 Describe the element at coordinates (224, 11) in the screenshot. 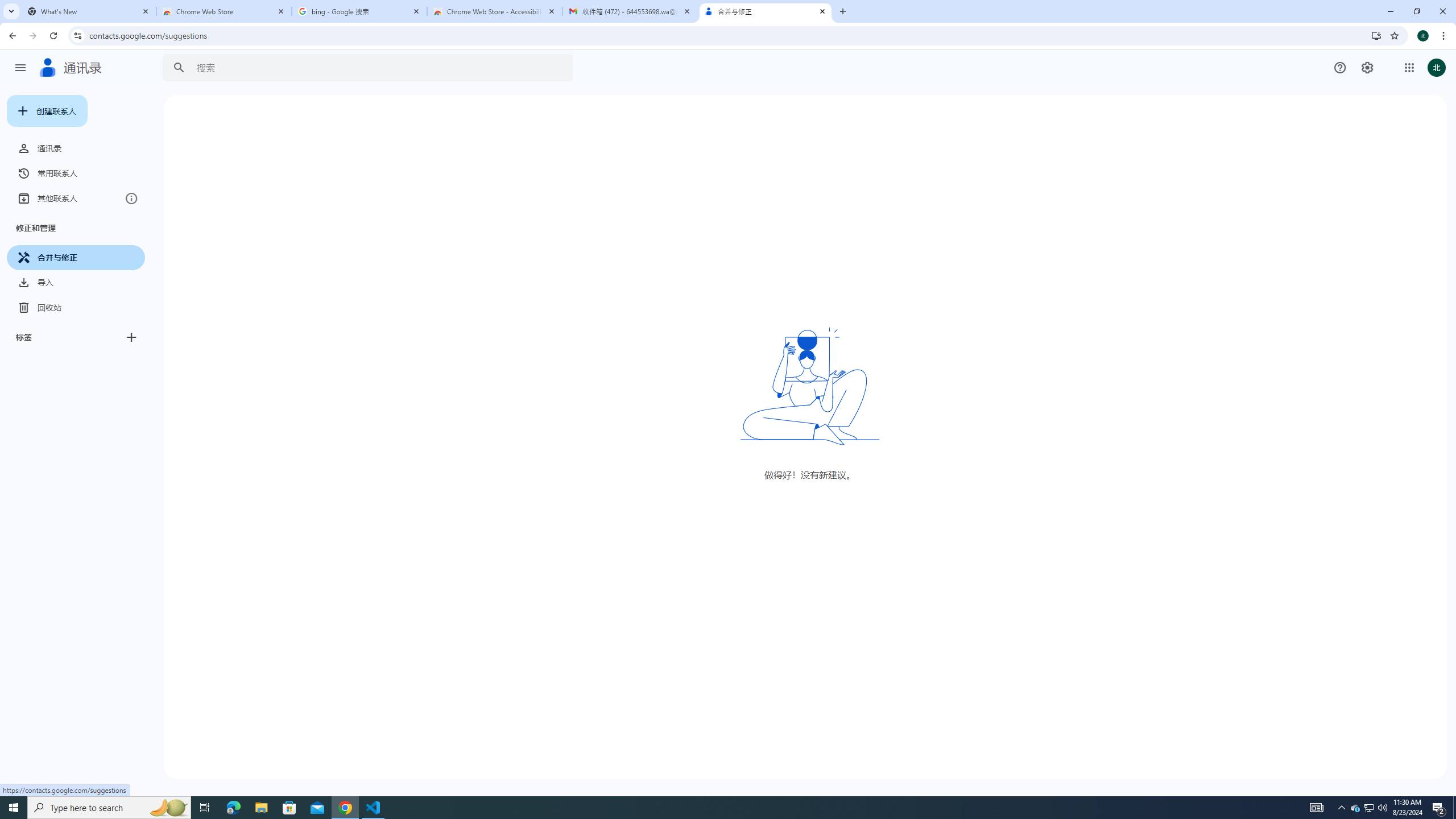

I see `'Chrome Web Store'` at that location.